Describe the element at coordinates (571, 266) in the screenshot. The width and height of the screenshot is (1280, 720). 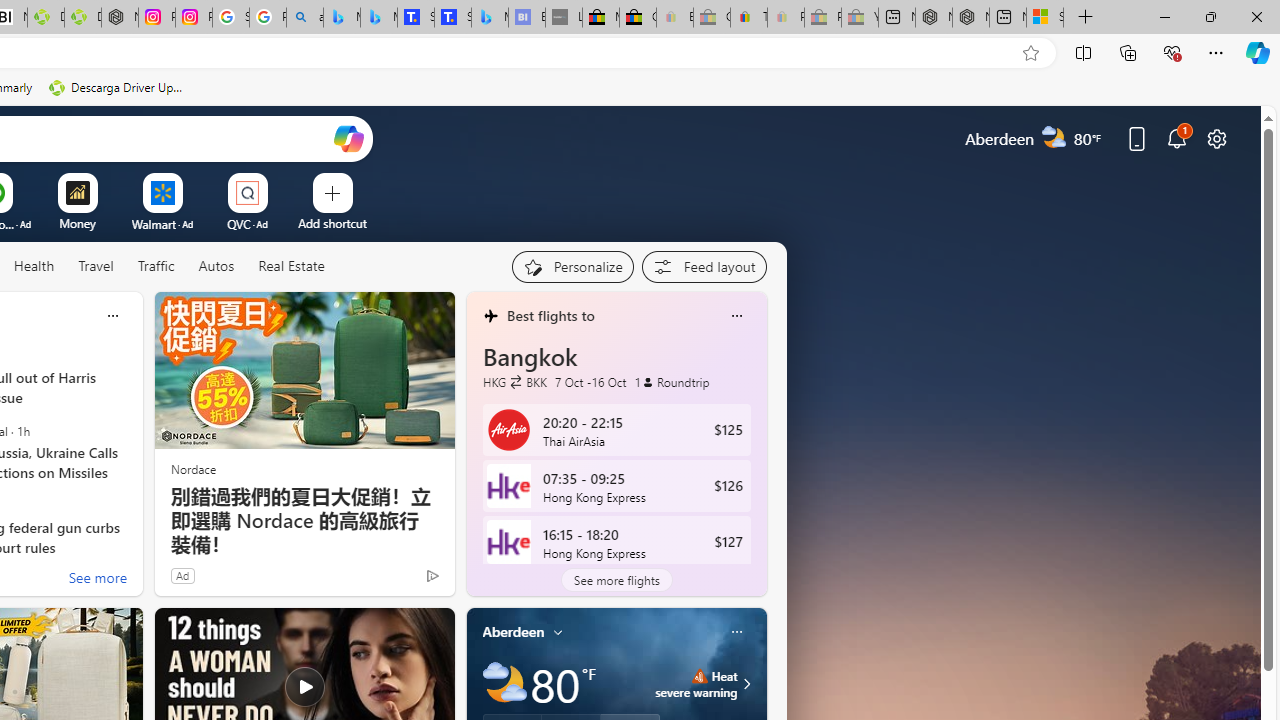
I see `'Personalize your feed"'` at that location.